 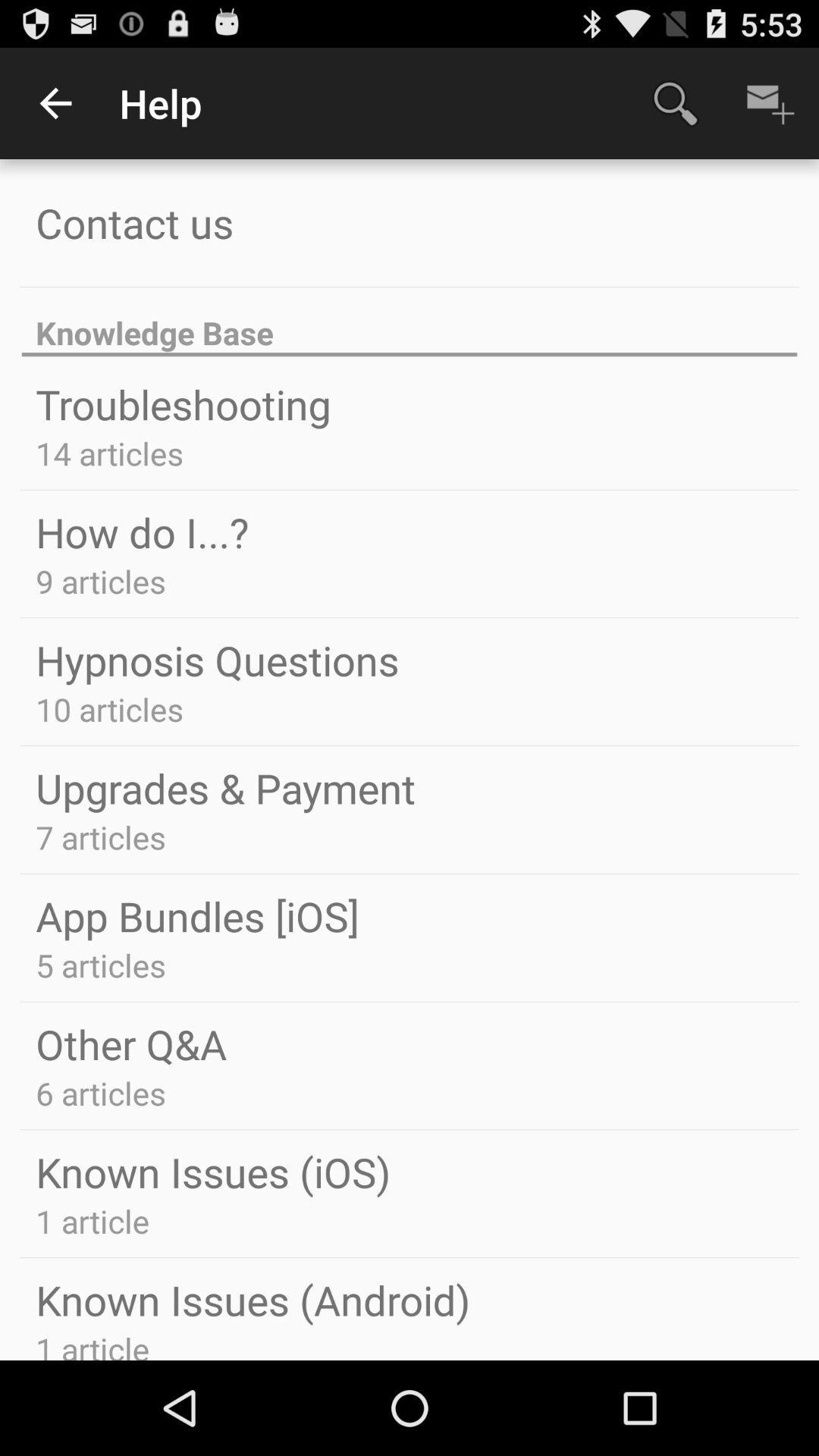 What do you see at coordinates (130, 1043) in the screenshot?
I see `the other q&a icon` at bounding box center [130, 1043].